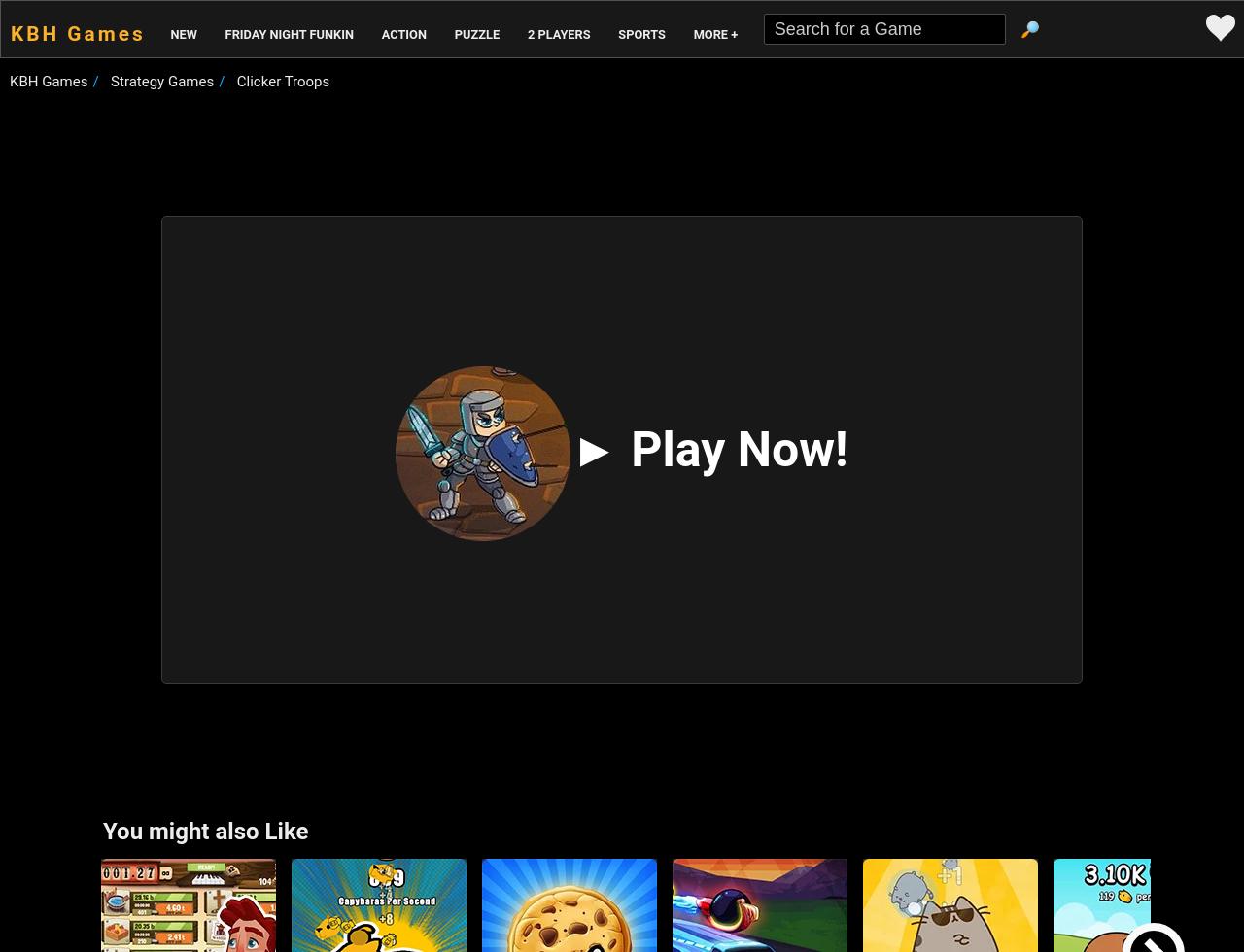  Describe the element at coordinates (281, 81) in the screenshot. I see `'Clicker Troops'` at that location.